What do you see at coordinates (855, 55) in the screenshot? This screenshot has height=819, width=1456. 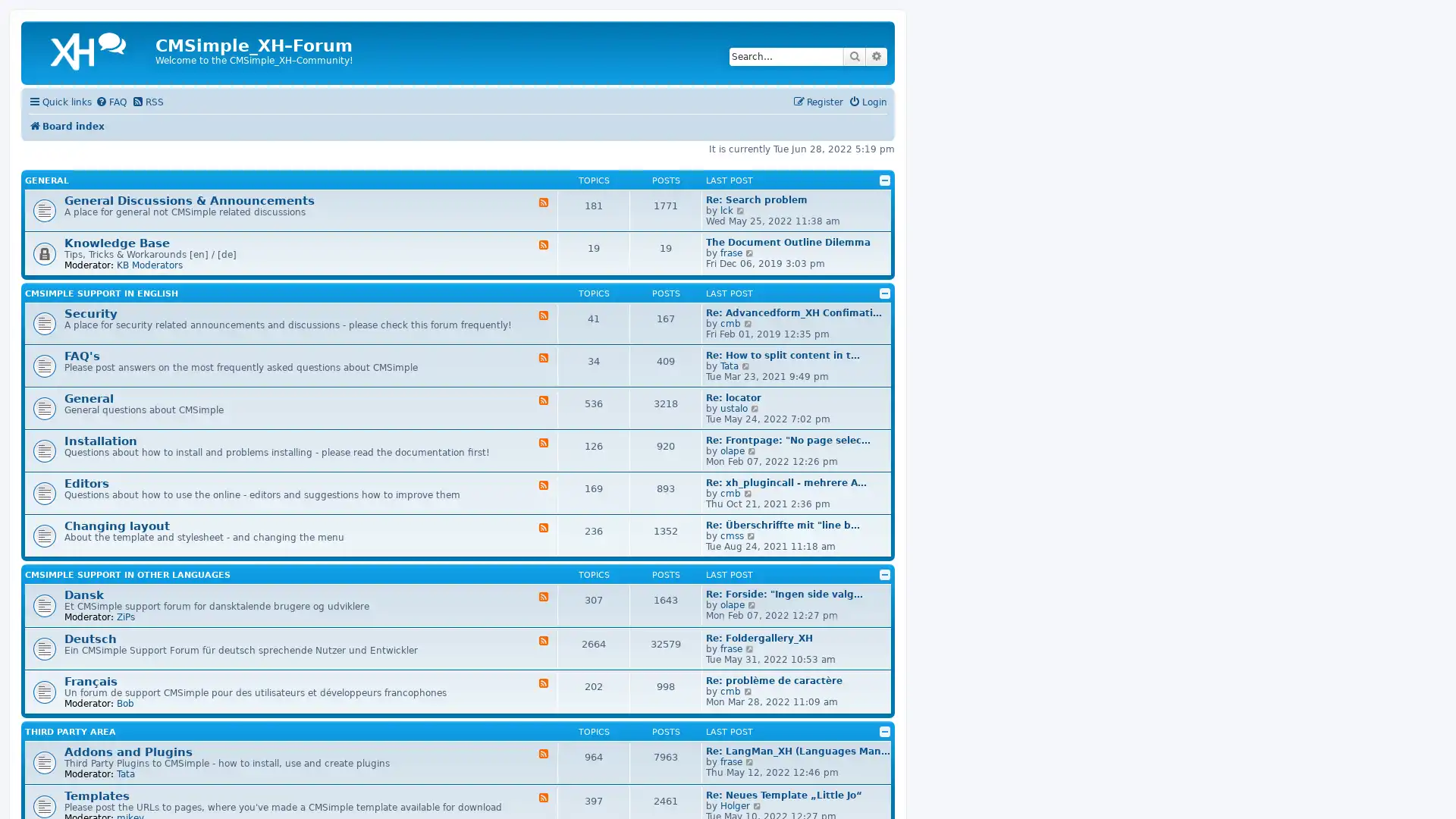 I see `Search` at bounding box center [855, 55].